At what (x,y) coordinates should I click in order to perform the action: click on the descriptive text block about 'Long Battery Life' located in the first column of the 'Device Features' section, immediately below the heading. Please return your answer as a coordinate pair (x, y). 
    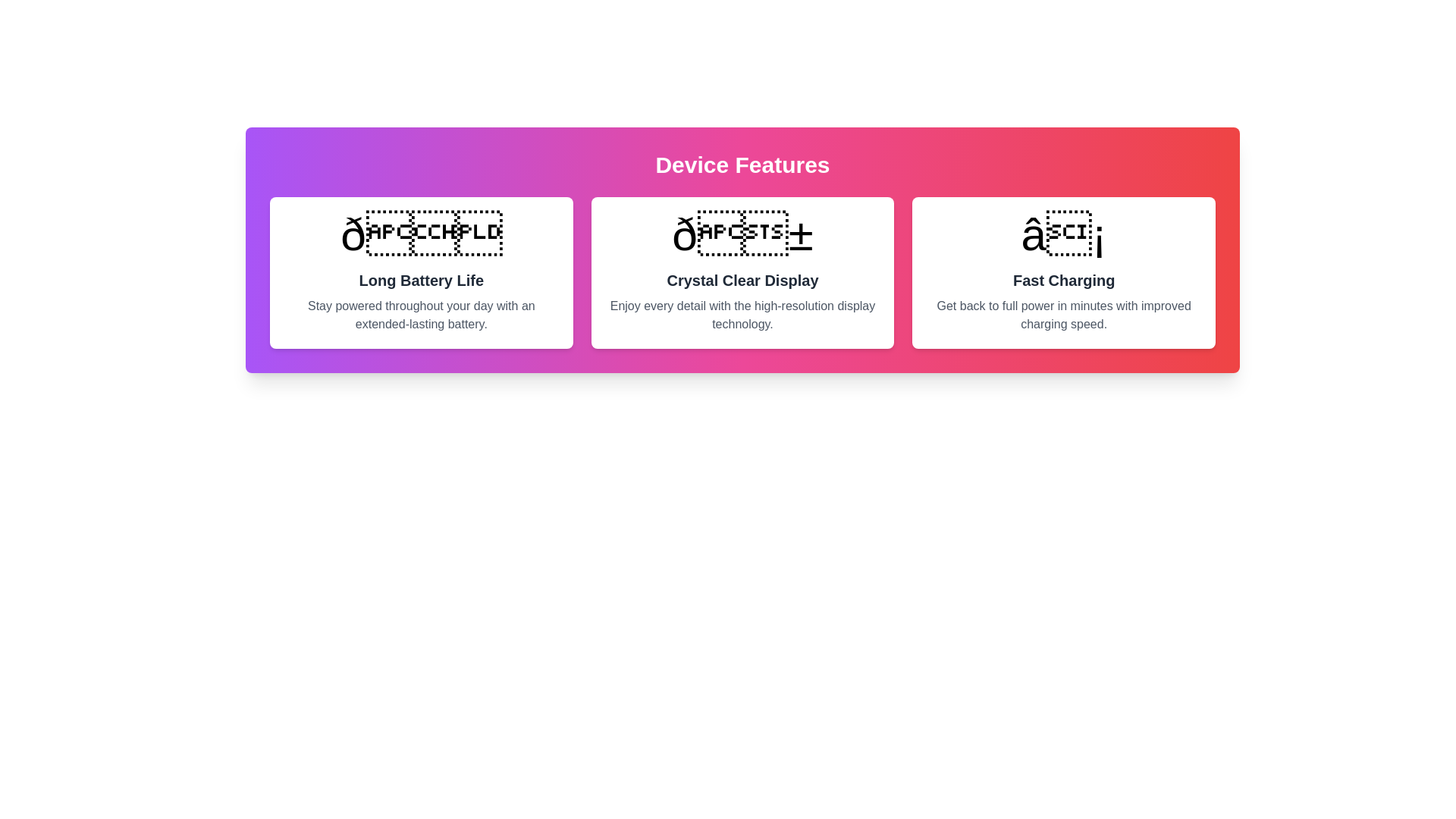
    Looking at the image, I should click on (421, 315).